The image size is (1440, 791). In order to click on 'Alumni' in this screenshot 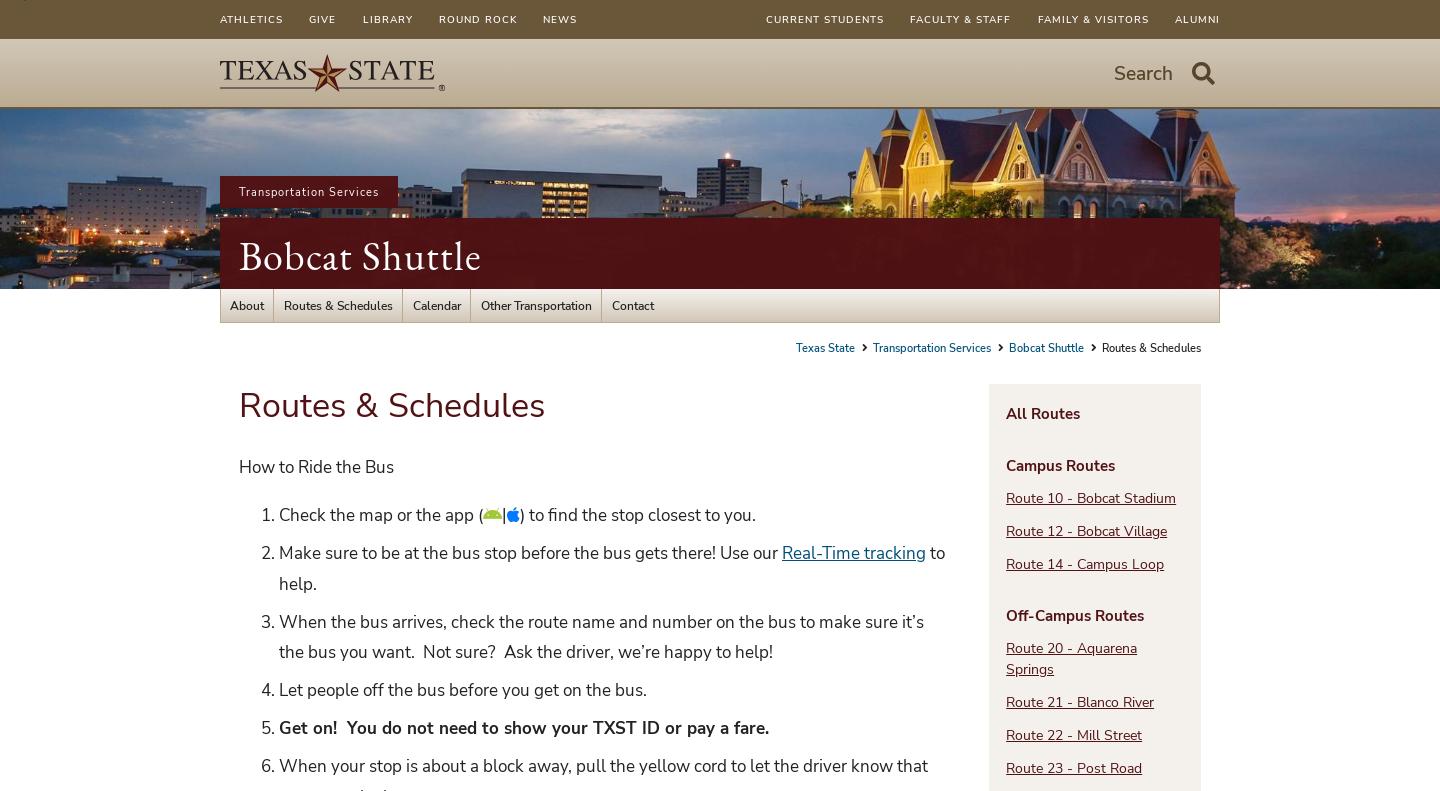, I will do `click(1197, 18)`.